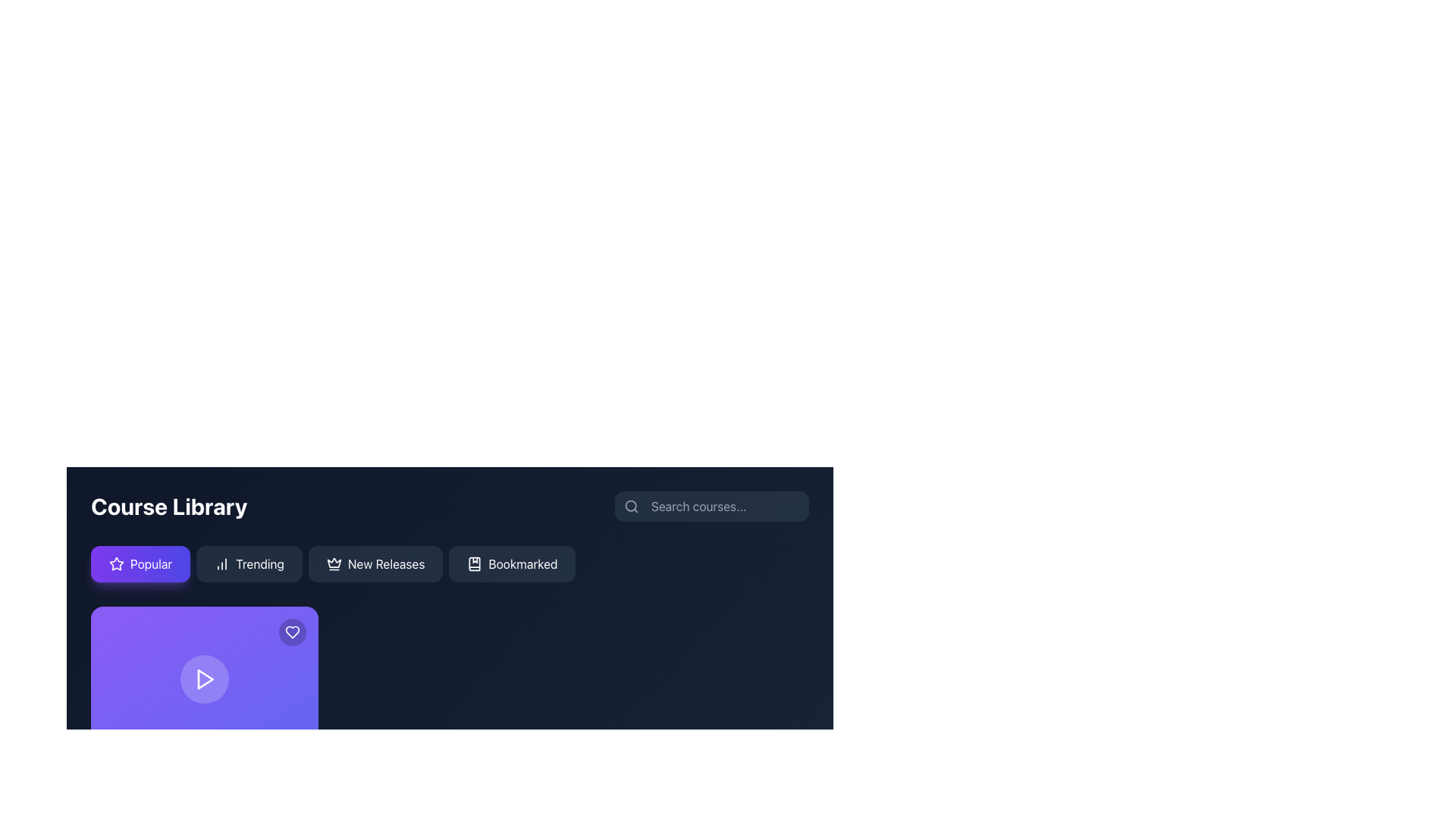  I want to click on the crown icon located within the 'New Releases' button, which indicates premium status and is positioned between the 'Trending' and 'Bookmarked' buttons at the top center of the interface, so click(334, 564).